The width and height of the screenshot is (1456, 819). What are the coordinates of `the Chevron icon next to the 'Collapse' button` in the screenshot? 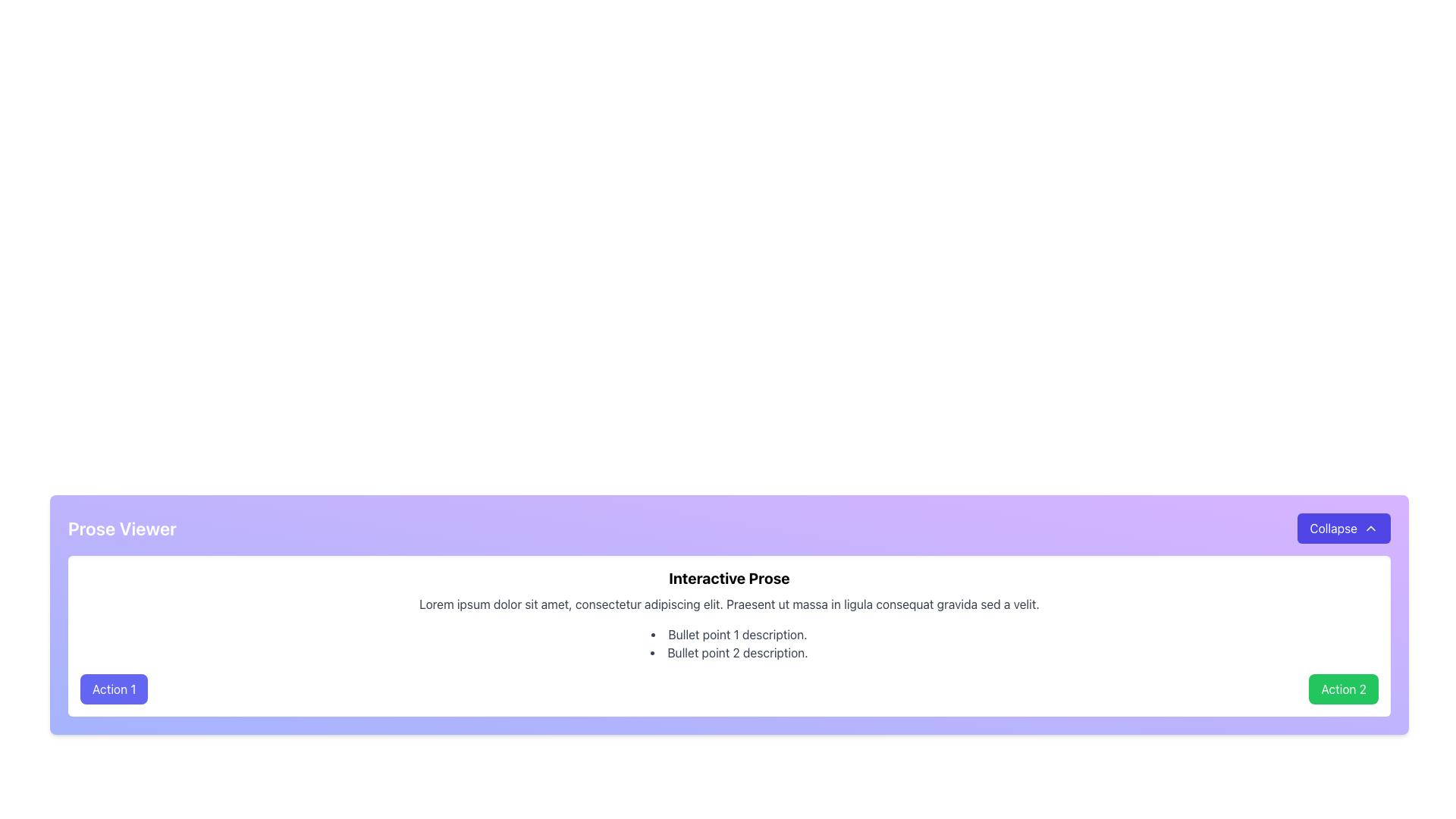 It's located at (1371, 528).